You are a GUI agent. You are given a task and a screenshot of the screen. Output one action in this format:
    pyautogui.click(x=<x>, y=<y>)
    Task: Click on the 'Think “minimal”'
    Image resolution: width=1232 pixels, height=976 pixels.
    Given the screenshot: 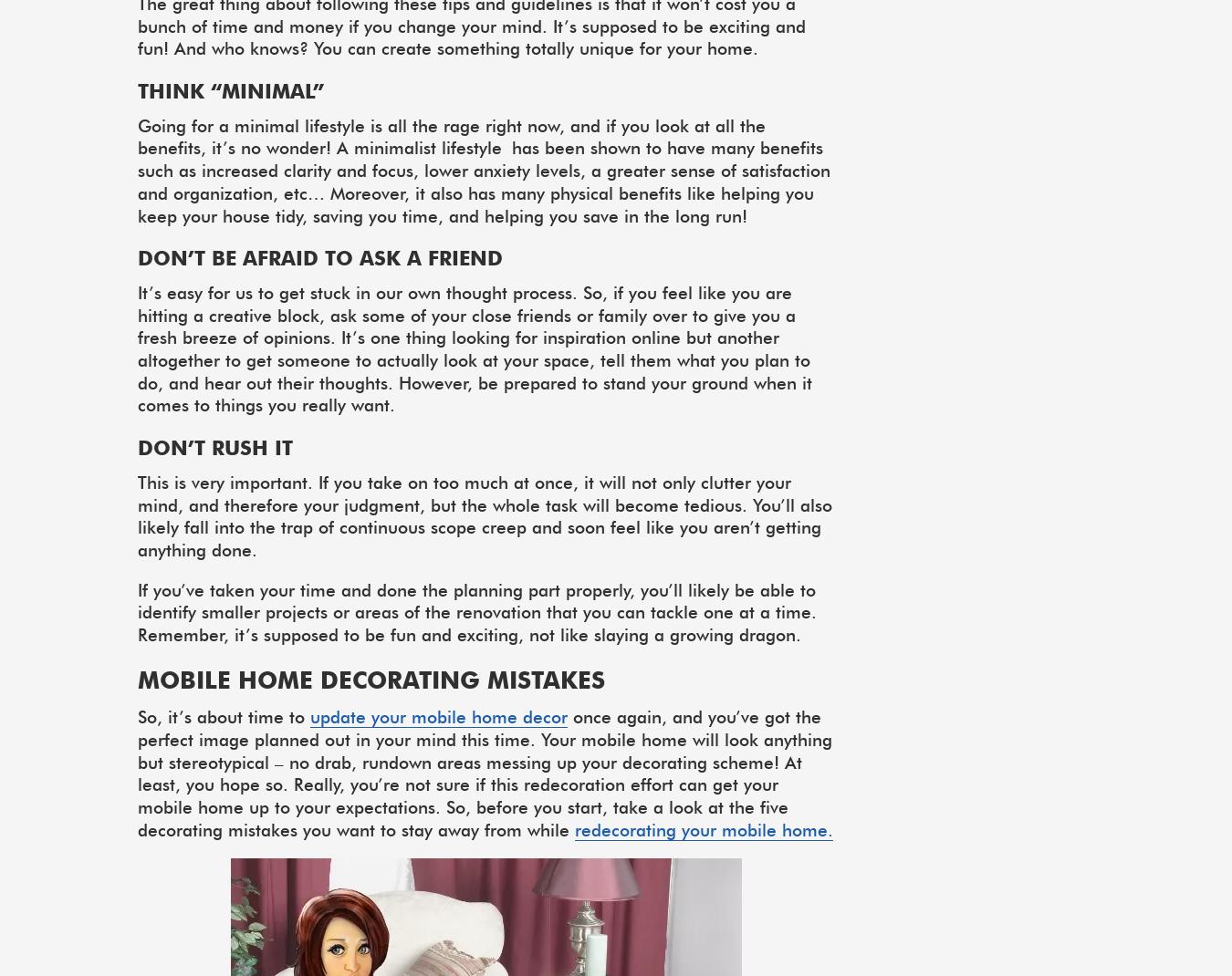 What is the action you would take?
    pyautogui.click(x=138, y=89)
    